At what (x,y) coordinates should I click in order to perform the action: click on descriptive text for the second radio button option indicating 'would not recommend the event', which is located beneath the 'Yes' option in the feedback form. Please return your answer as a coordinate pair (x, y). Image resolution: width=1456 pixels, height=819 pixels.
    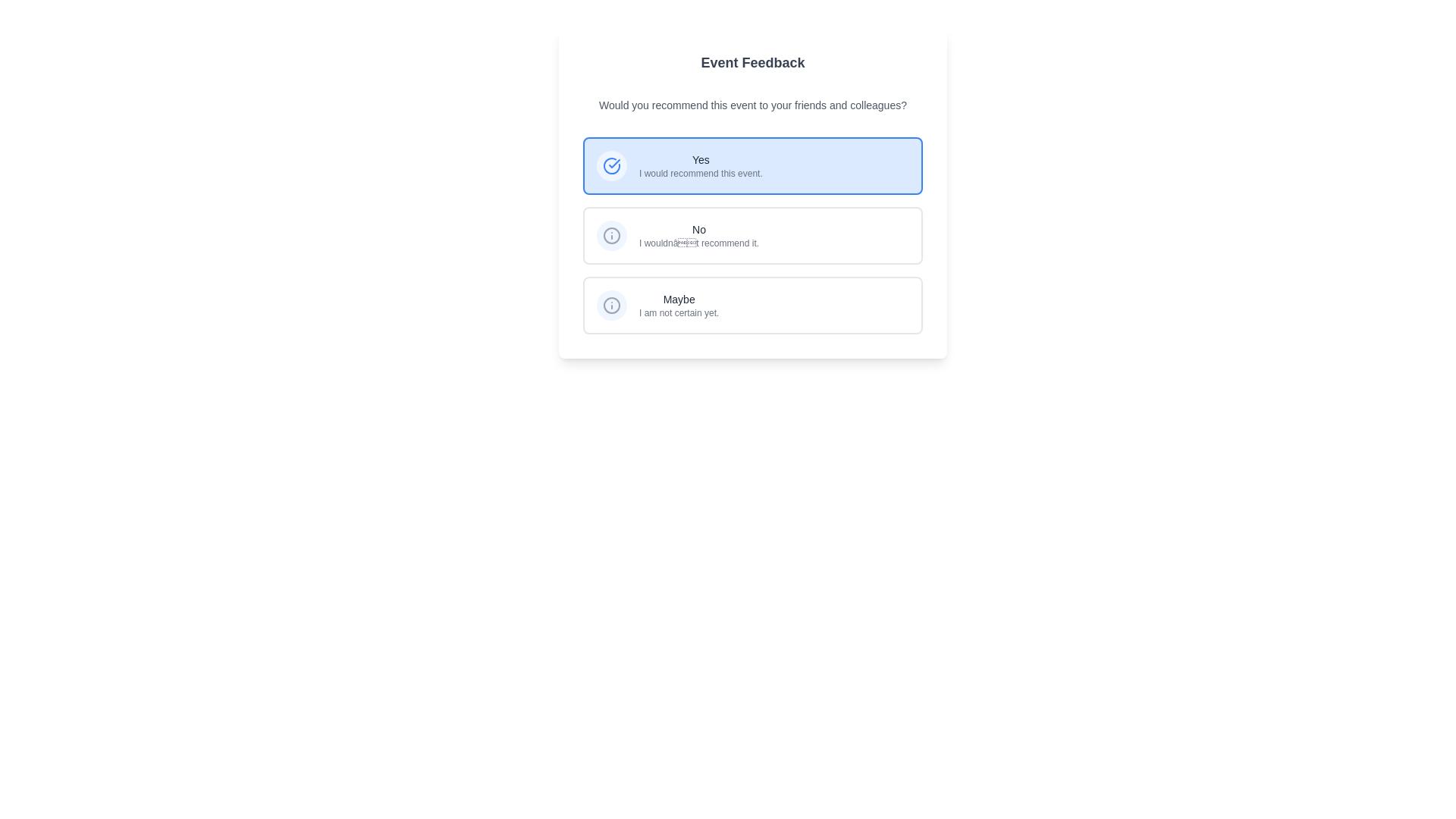
    Looking at the image, I should click on (753, 236).